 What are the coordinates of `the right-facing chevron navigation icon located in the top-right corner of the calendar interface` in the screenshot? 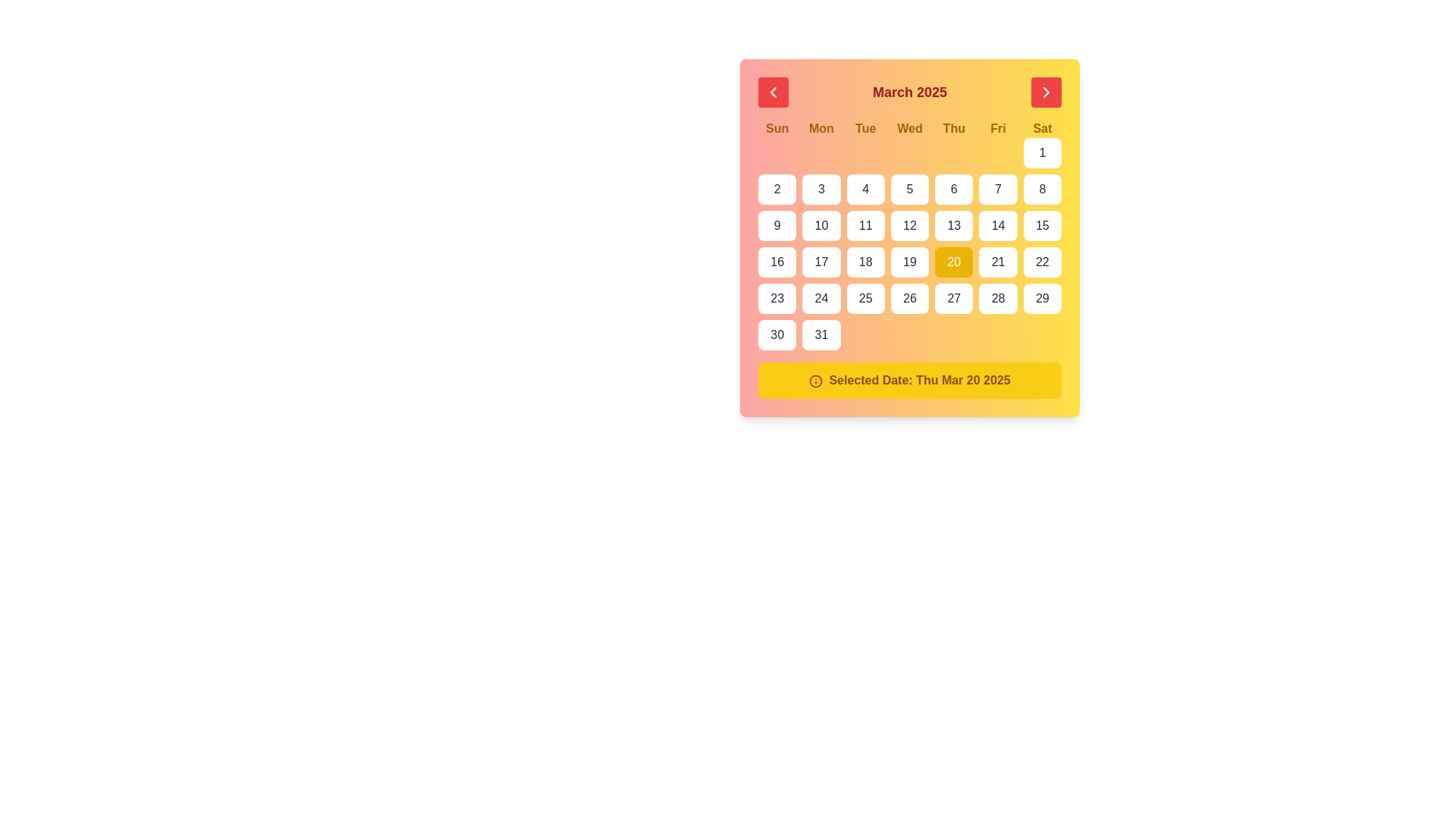 It's located at (1046, 93).